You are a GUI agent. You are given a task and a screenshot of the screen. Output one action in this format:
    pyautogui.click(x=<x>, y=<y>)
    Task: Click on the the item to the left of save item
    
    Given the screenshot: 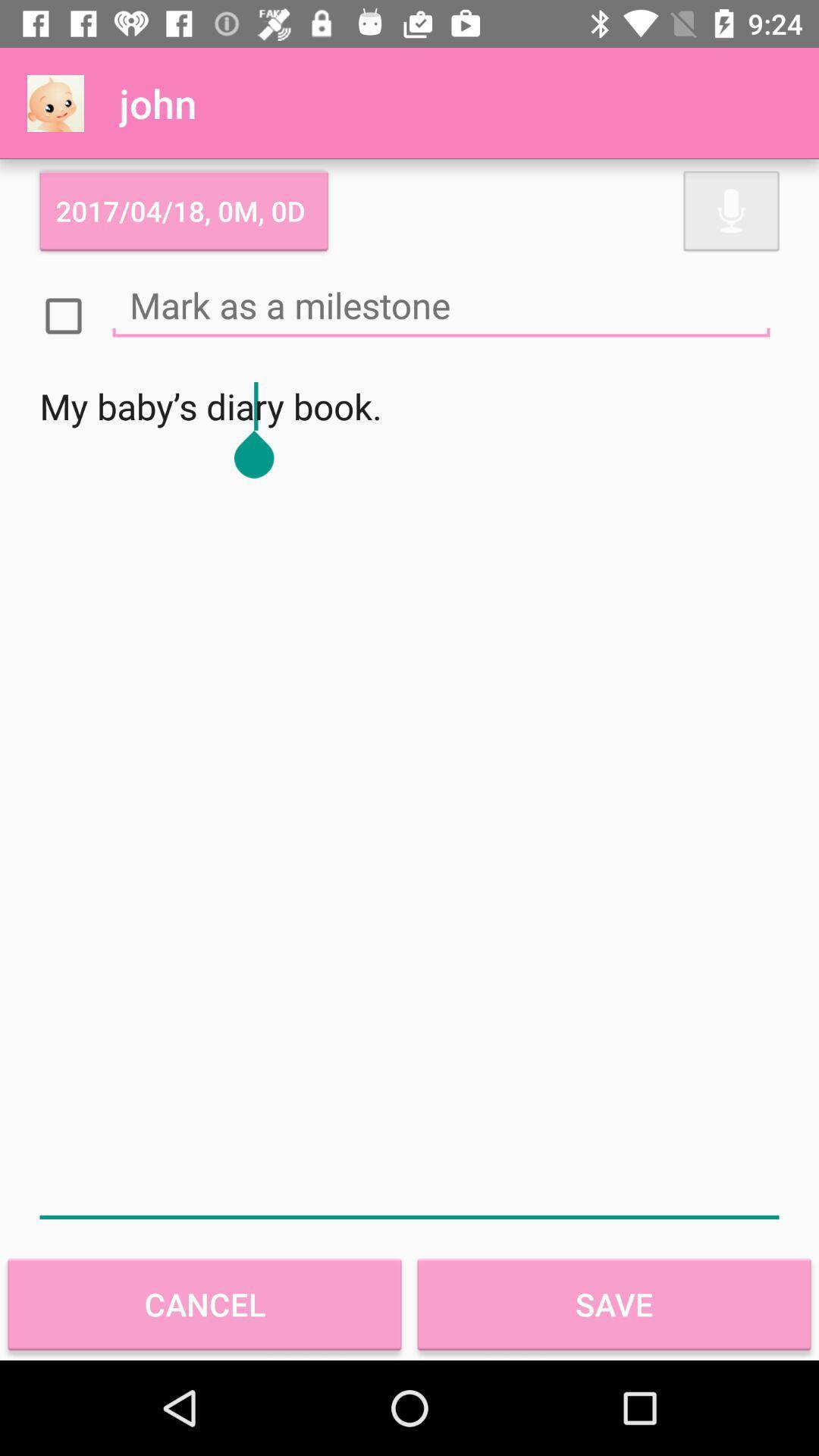 What is the action you would take?
    pyautogui.click(x=205, y=1304)
    